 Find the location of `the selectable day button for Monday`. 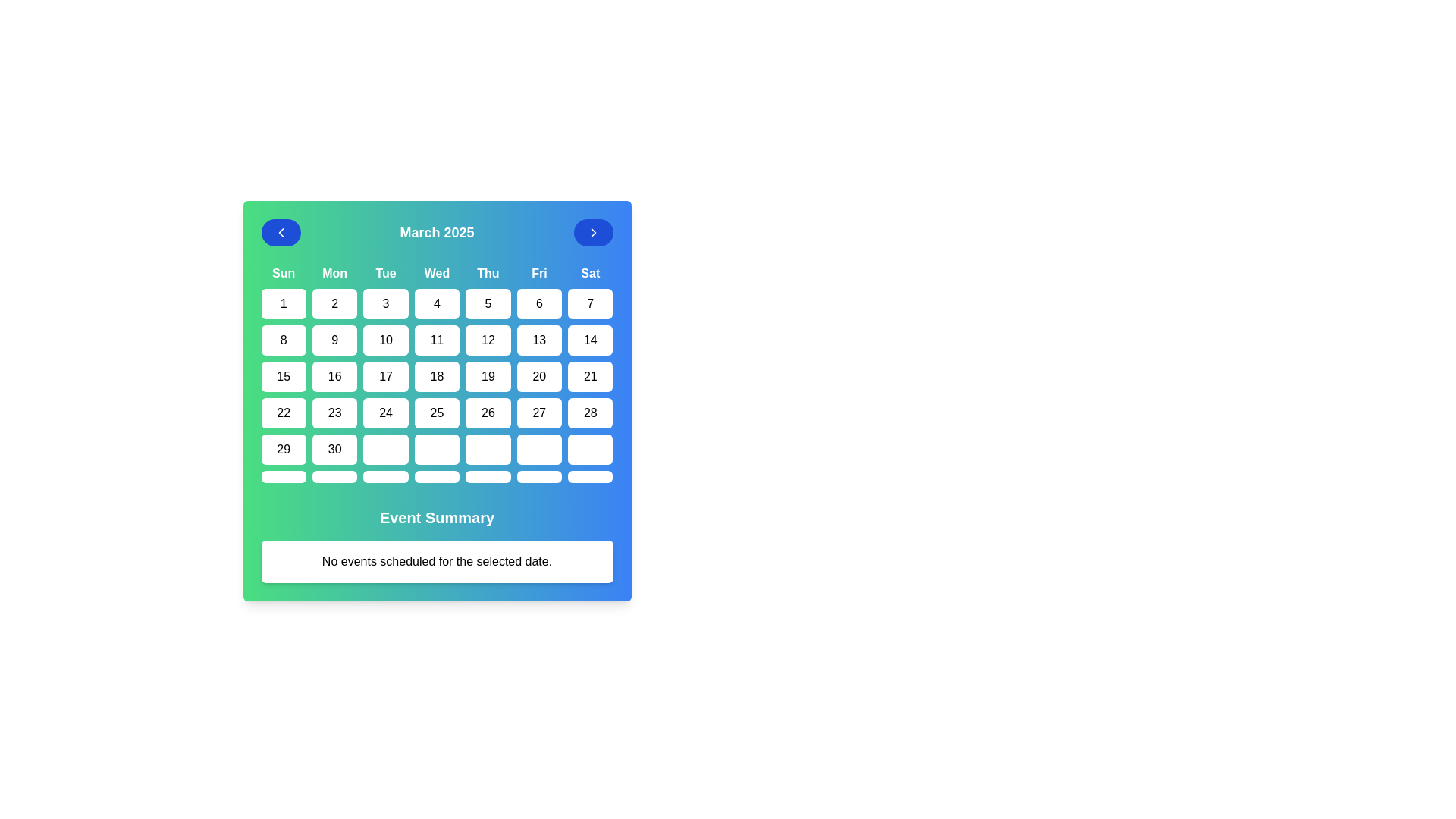

the selectable day button for Monday is located at coordinates (334, 475).